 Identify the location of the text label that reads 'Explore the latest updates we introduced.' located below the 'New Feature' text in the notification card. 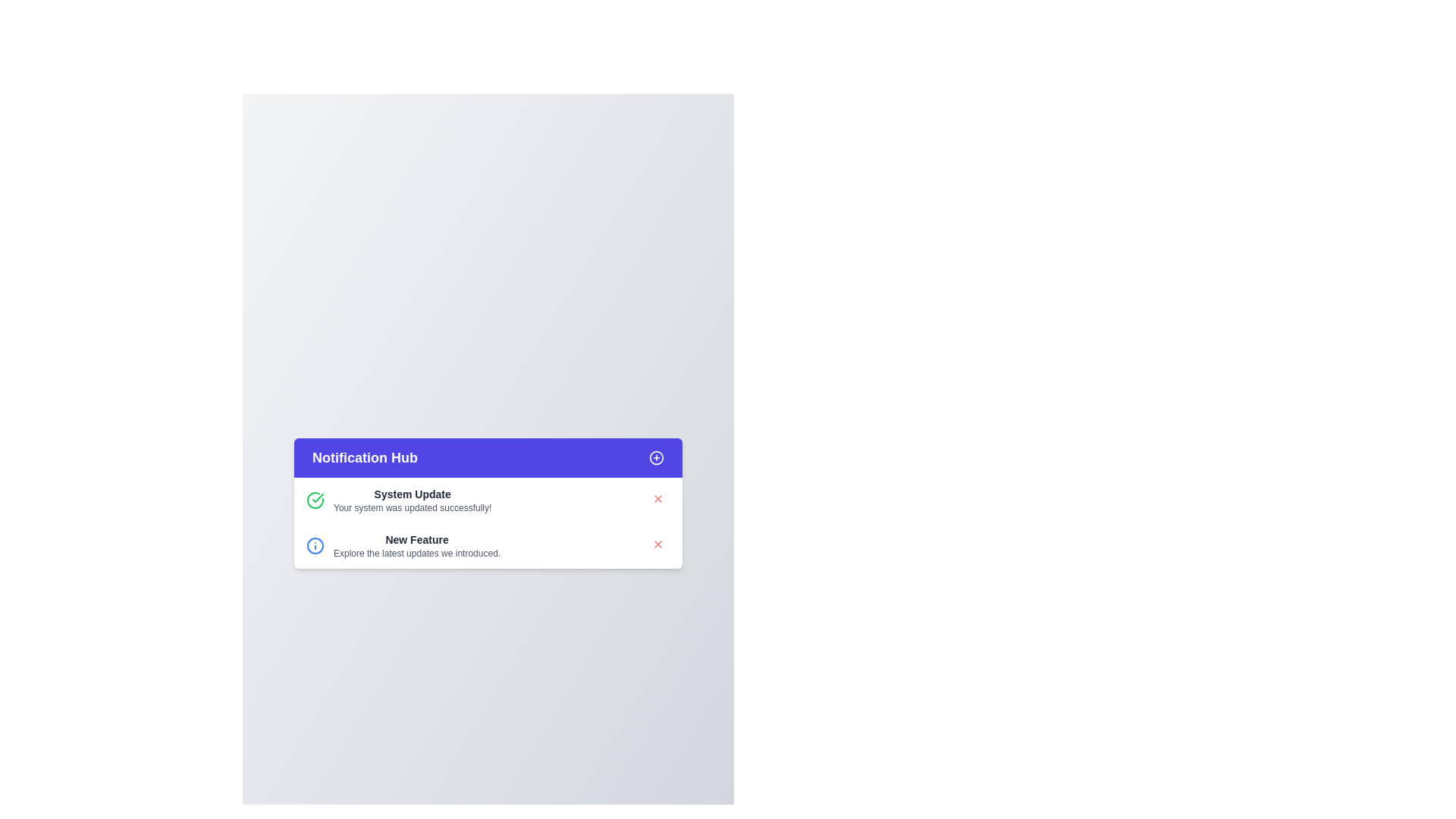
(417, 553).